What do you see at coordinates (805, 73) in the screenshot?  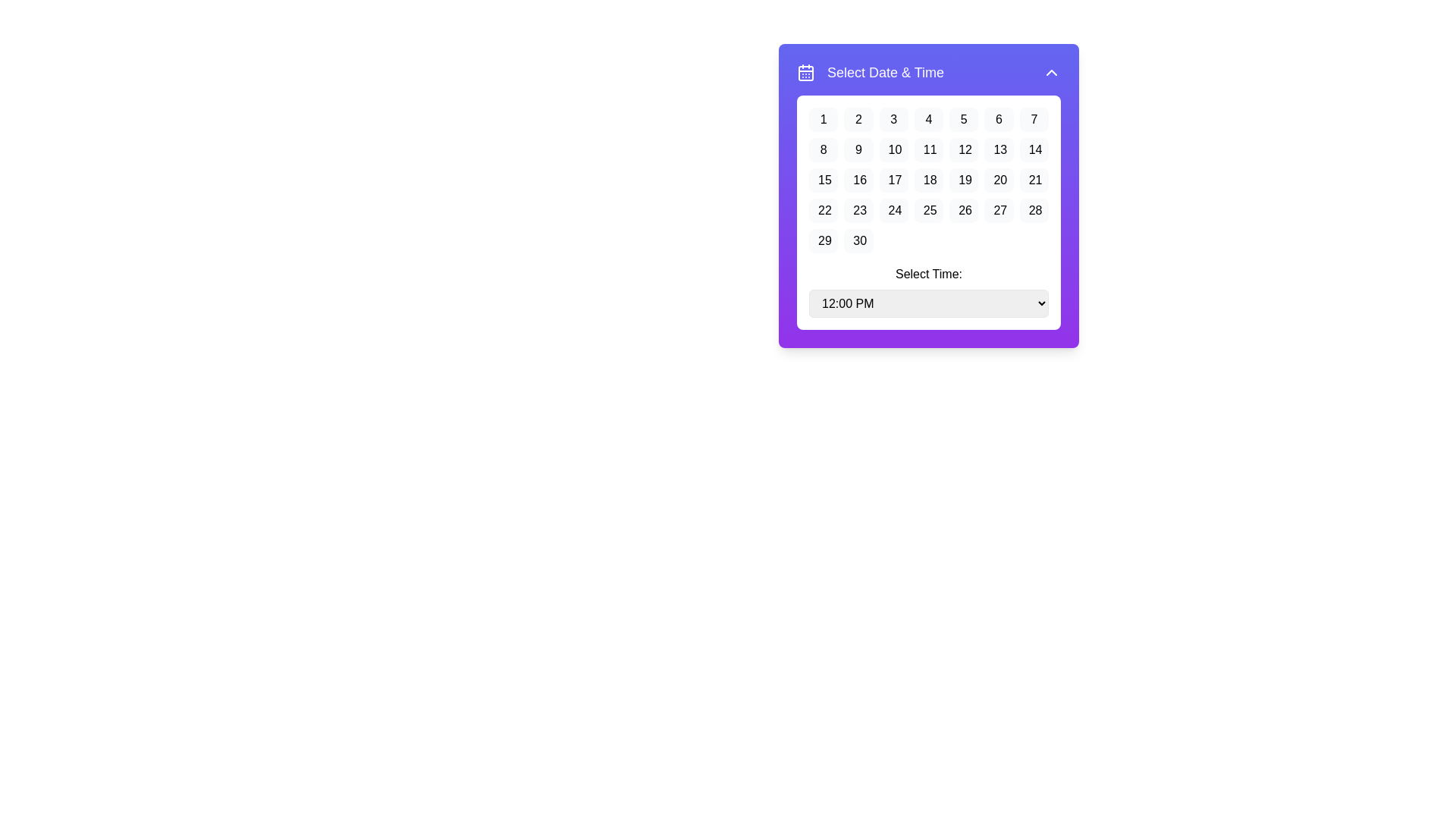 I see `the calendar icon located to the left of the 'Select Date & Time' text in the header section of the calendar and time selection widget` at bounding box center [805, 73].